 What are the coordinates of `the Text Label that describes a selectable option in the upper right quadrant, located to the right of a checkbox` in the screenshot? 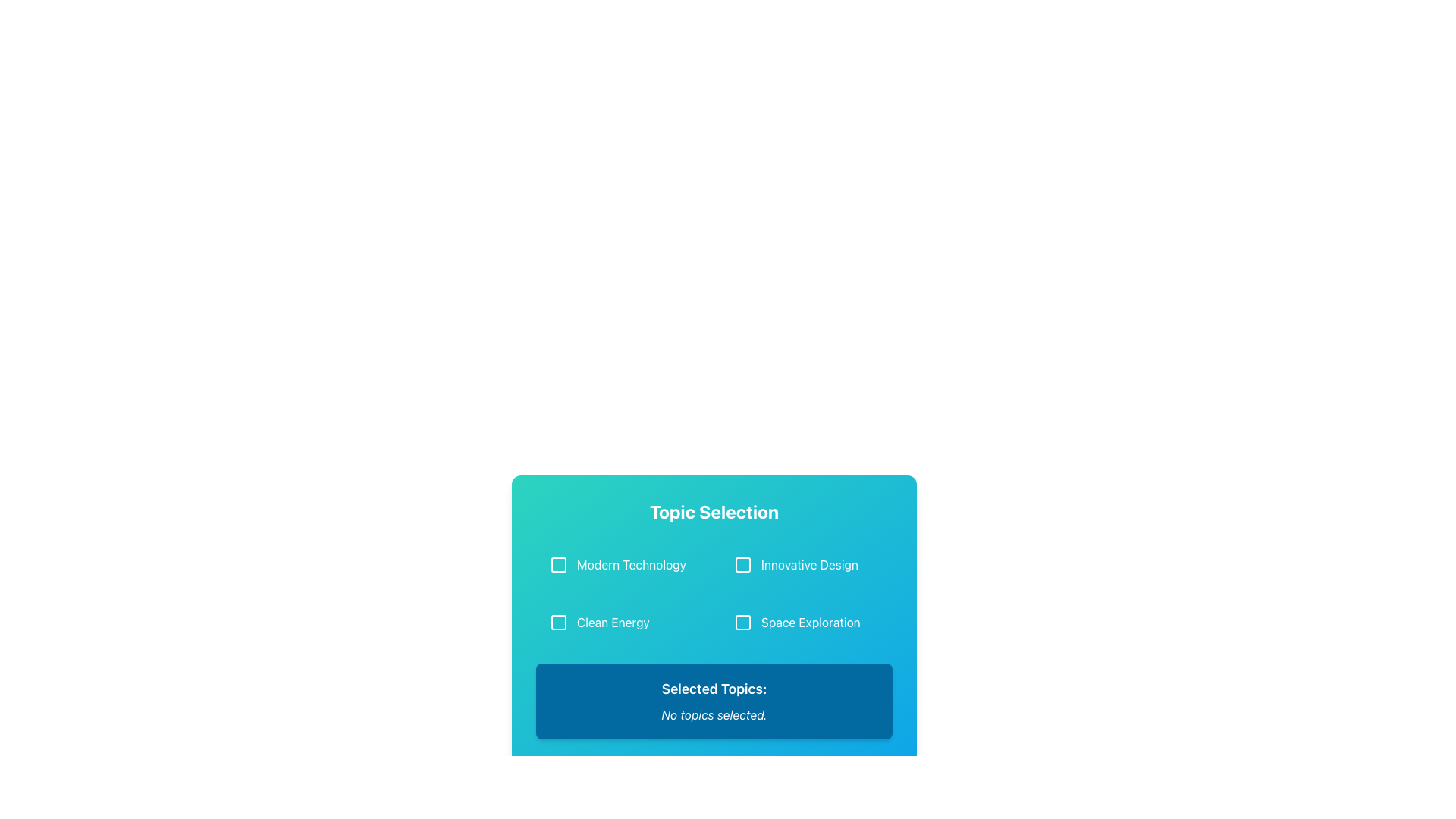 It's located at (808, 564).